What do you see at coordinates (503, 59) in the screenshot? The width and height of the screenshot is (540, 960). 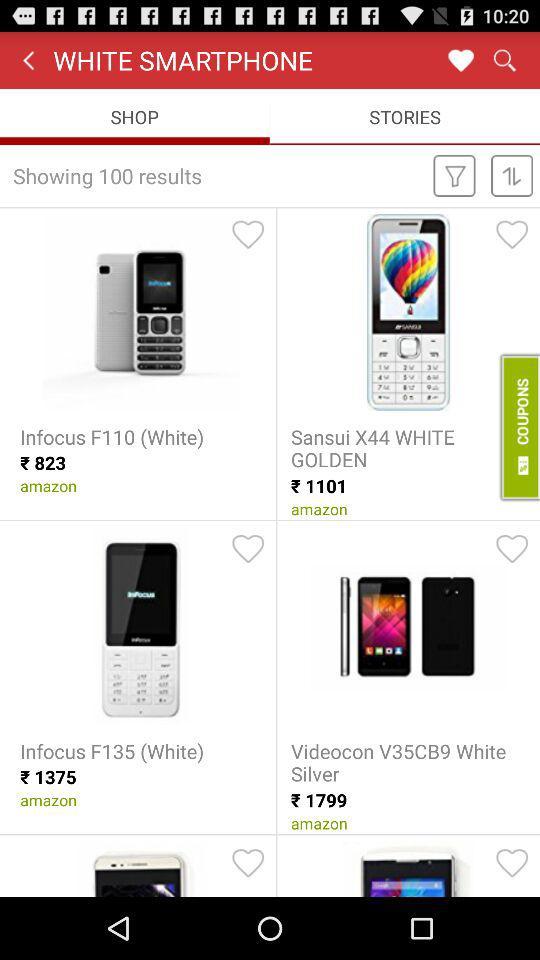 I see `search` at bounding box center [503, 59].